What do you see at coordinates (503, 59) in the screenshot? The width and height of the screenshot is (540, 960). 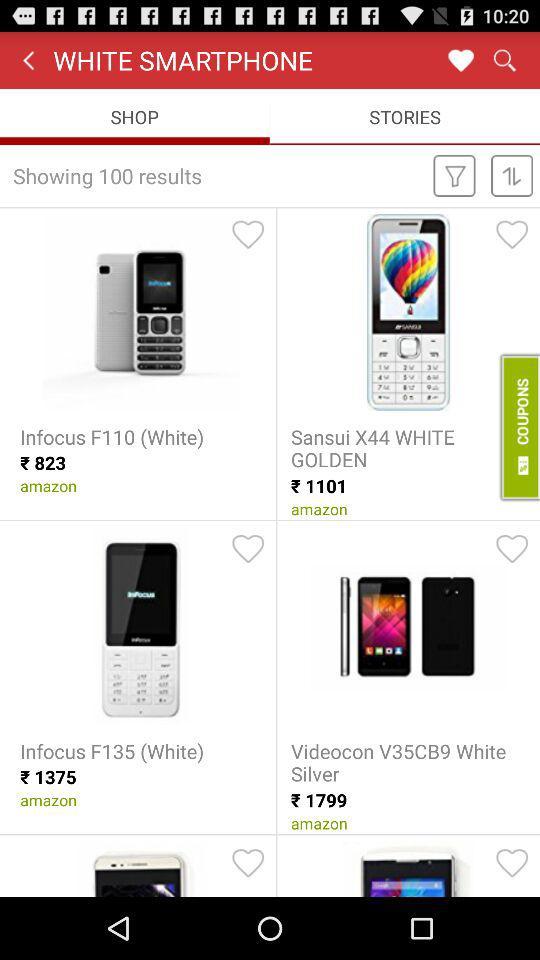 I see `search` at bounding box center [503, 59].